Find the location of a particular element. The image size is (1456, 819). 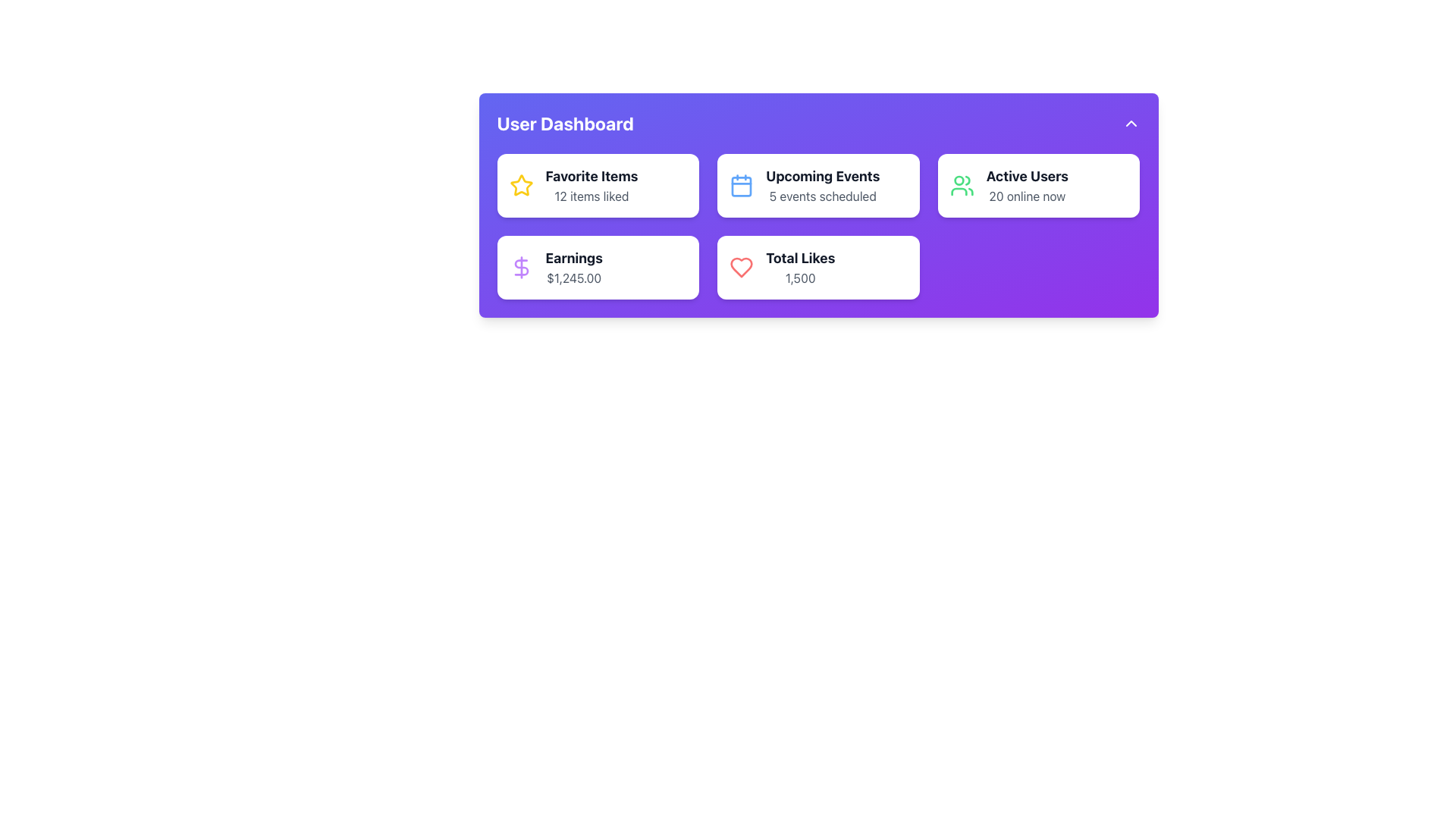

the earnings amount text located in the bottom-left card of the dashboard, which is grouped under the label 'Earnings' is located at coordinates (573, 278).